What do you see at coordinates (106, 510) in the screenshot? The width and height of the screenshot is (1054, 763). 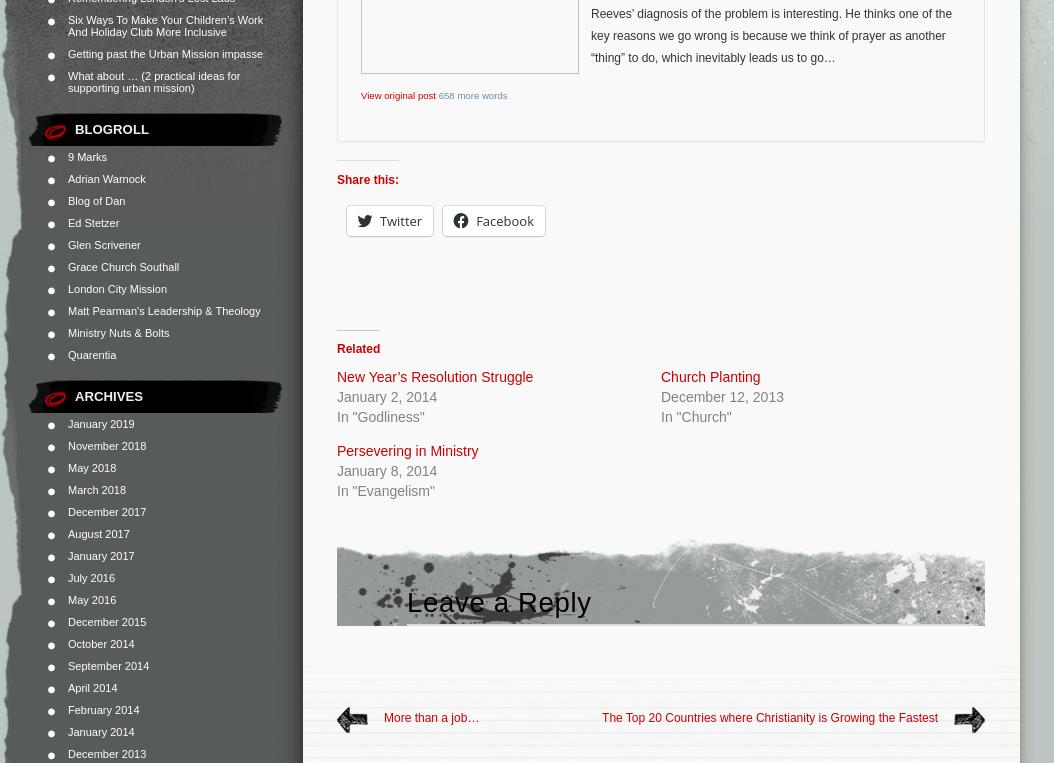 I see `'December 2017'` at bounding box center [106, 510].